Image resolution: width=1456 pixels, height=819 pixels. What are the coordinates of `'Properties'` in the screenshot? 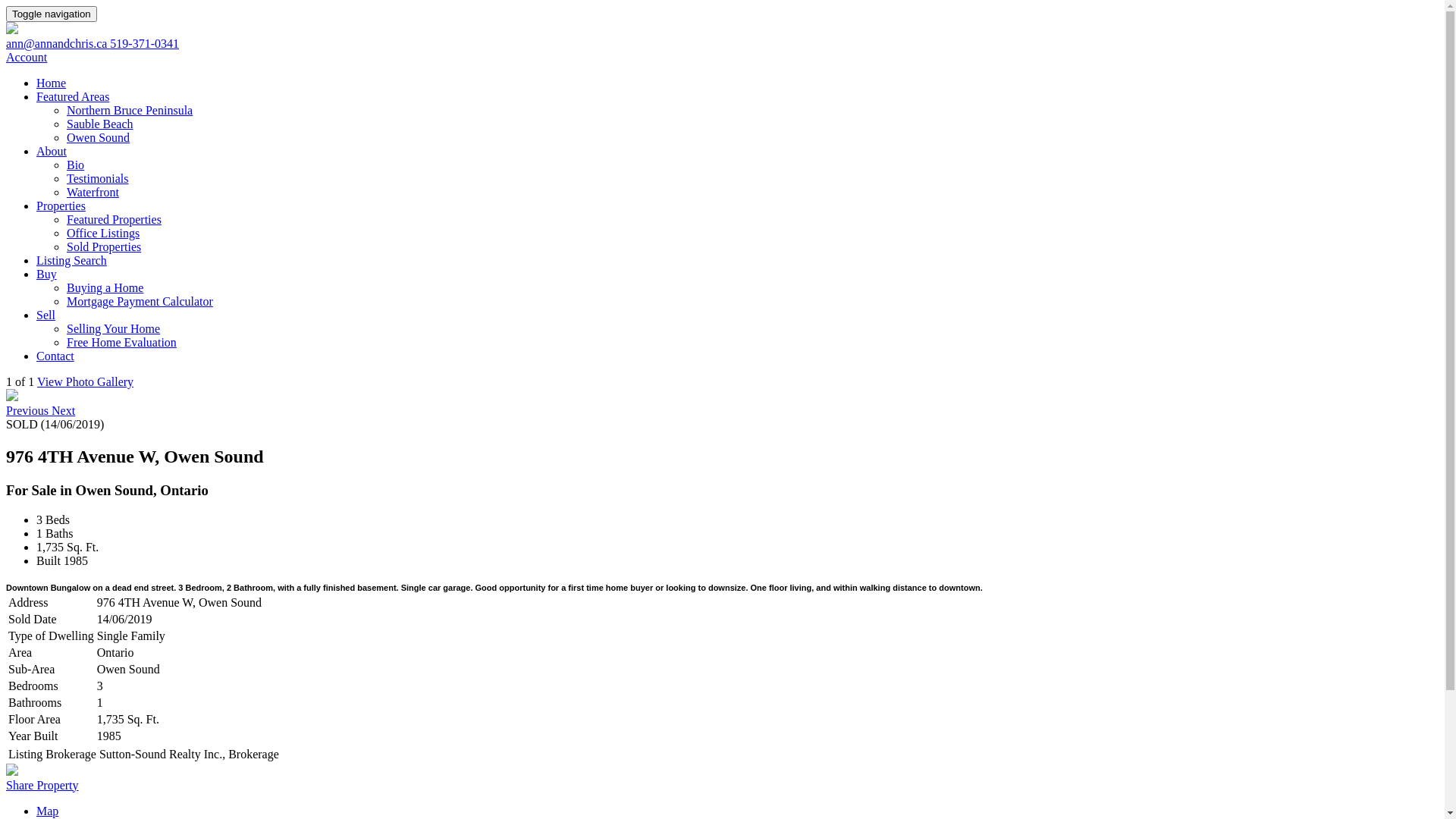 It's located at (61, 206).